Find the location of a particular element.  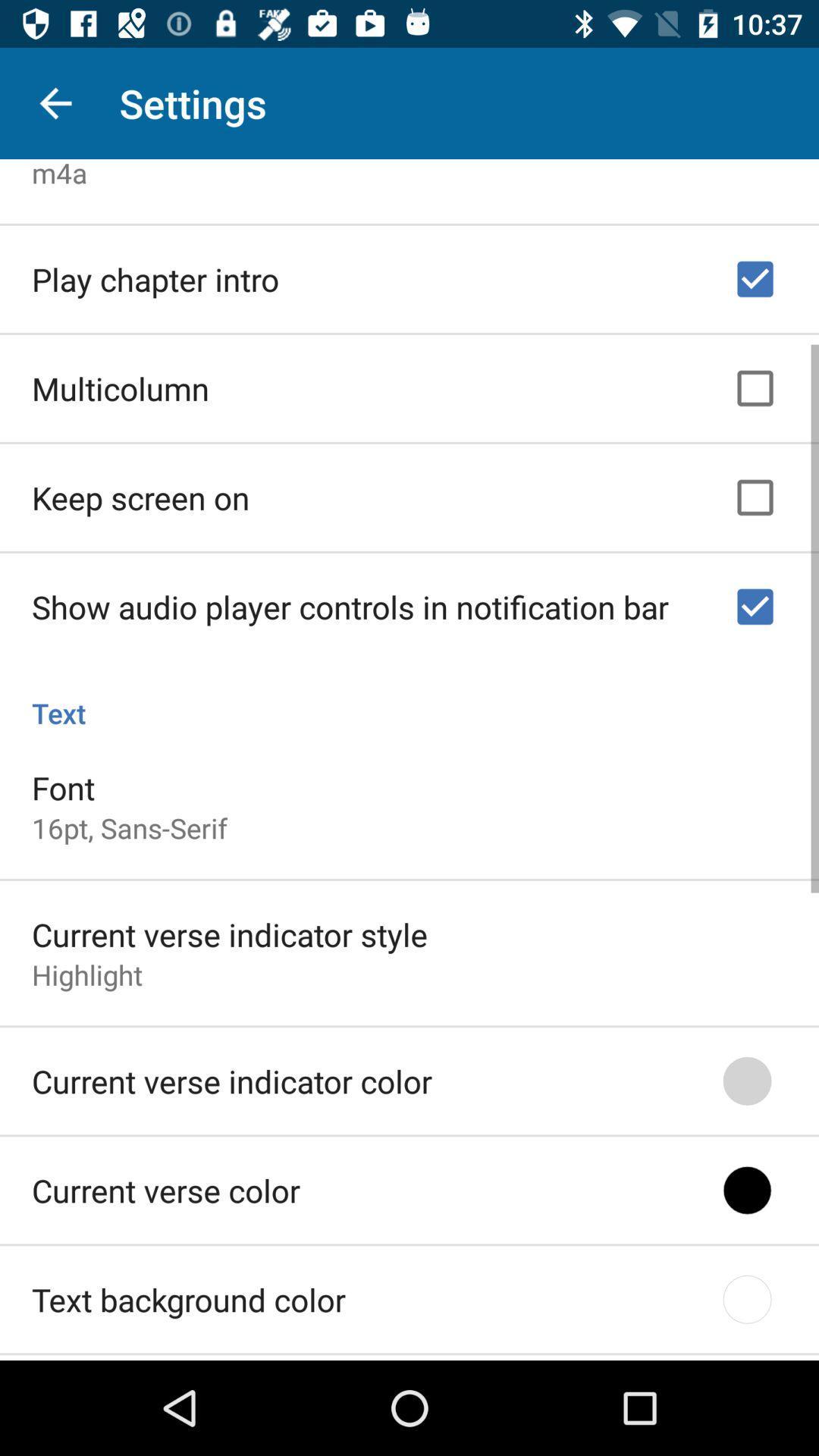

item above 16pt, sans-serif item is located at coordinates (62, 783).